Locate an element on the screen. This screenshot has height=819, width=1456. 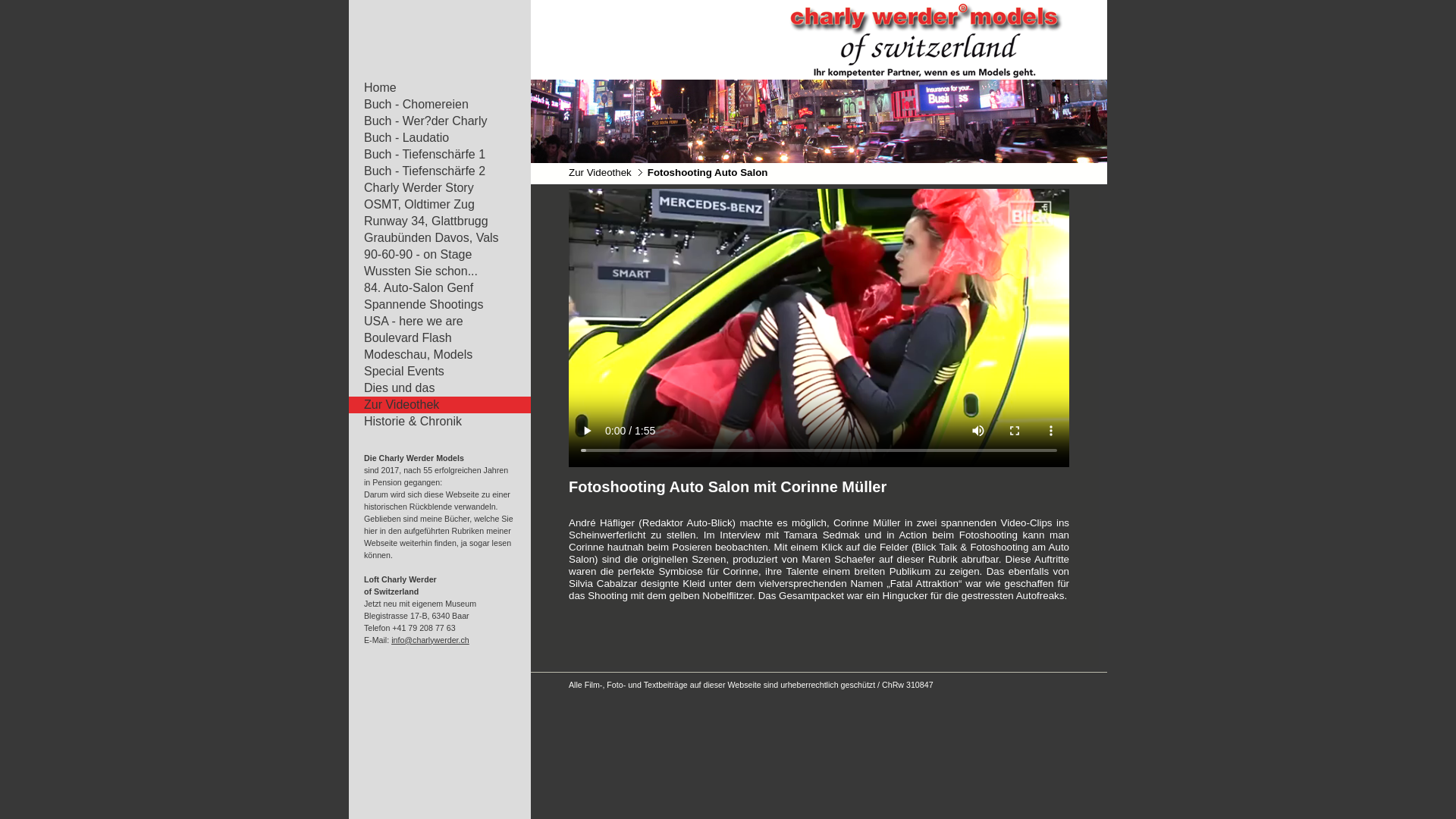
'OSMT, Oldtimer Zug' is located at coordinates (431, 205).